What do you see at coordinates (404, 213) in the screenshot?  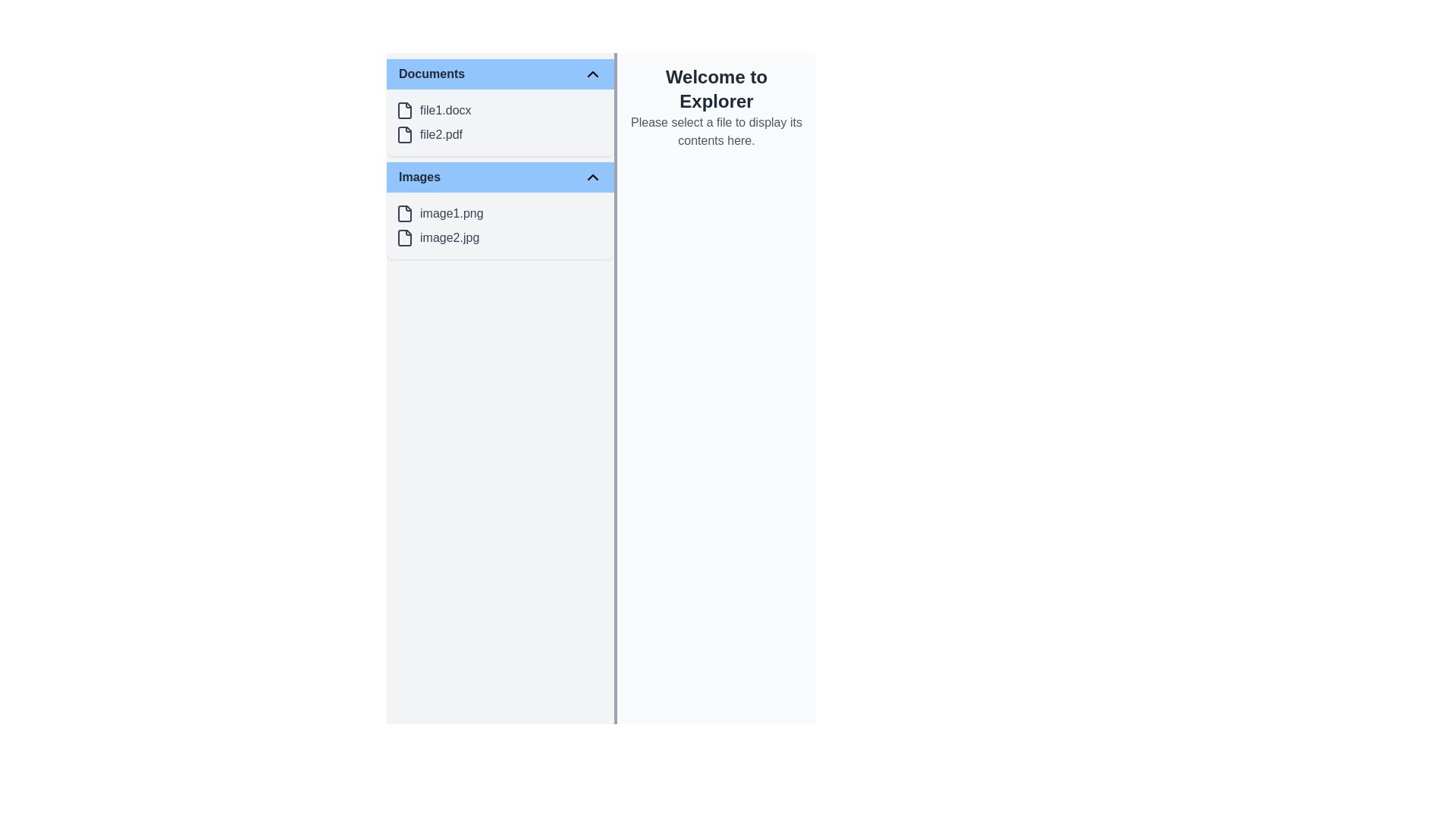 I see `the SVG icon representing a file symbol located in the 'Images' section of the sidebar` at bounding box center [404, 213].